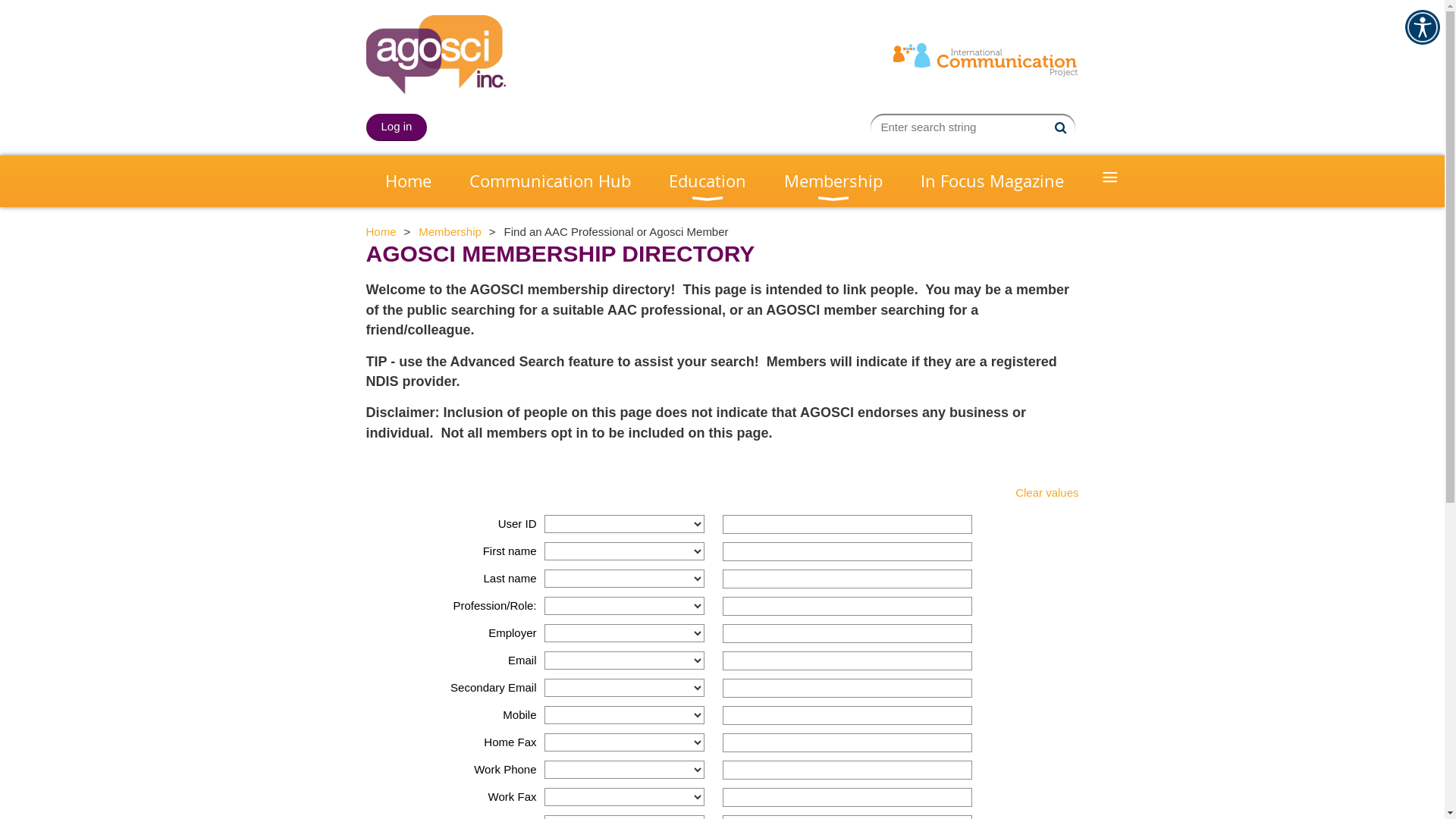 This screenshot has height=819, width=1456. What do you see at coordinates (832, 180) in the screenshot?
I see `'Membership'` at bounding box center [832, 180].